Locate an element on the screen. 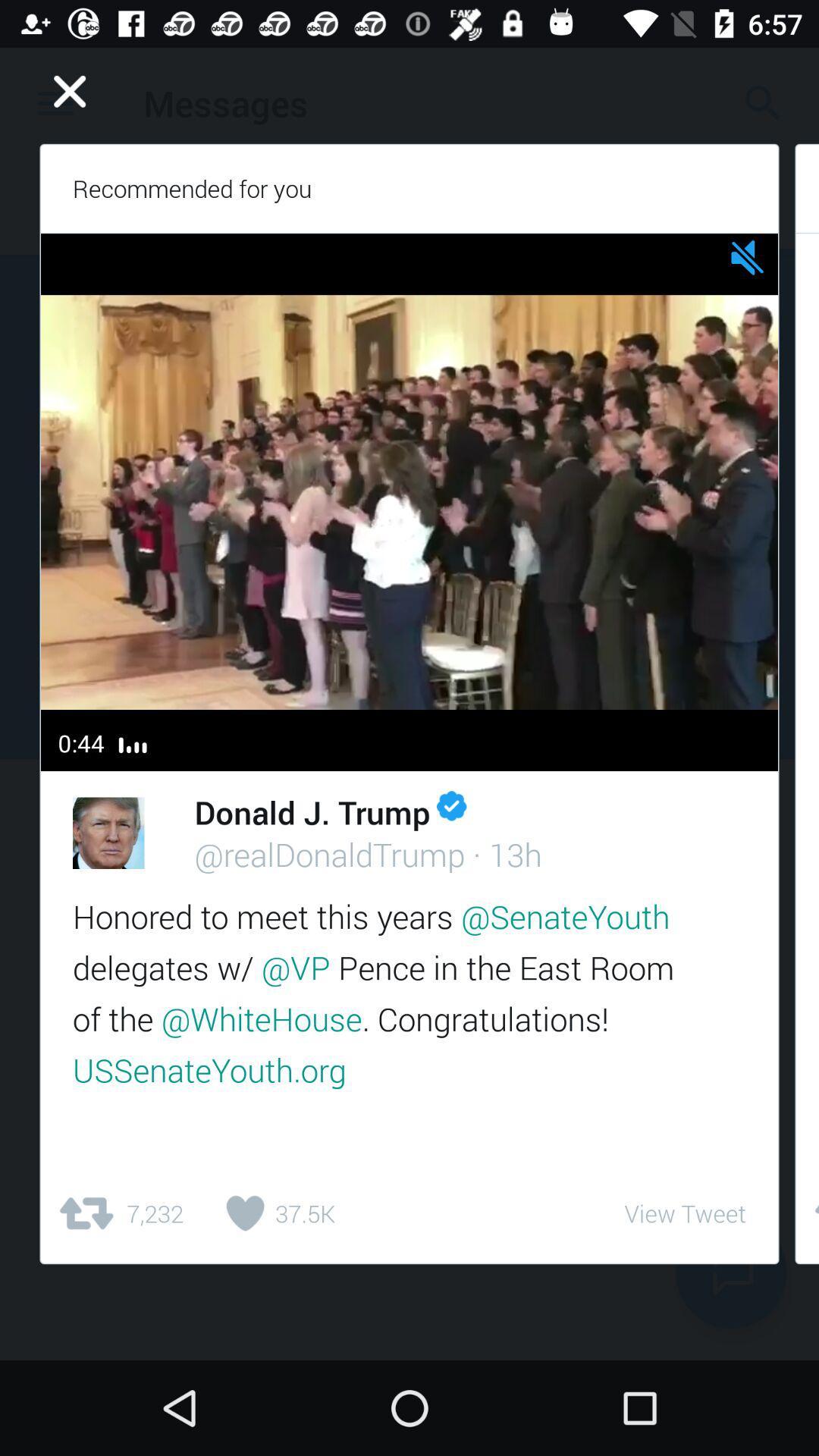 The image size is (819, 1456). the item at the bottom left corner is located at coordinates (119, 1213).